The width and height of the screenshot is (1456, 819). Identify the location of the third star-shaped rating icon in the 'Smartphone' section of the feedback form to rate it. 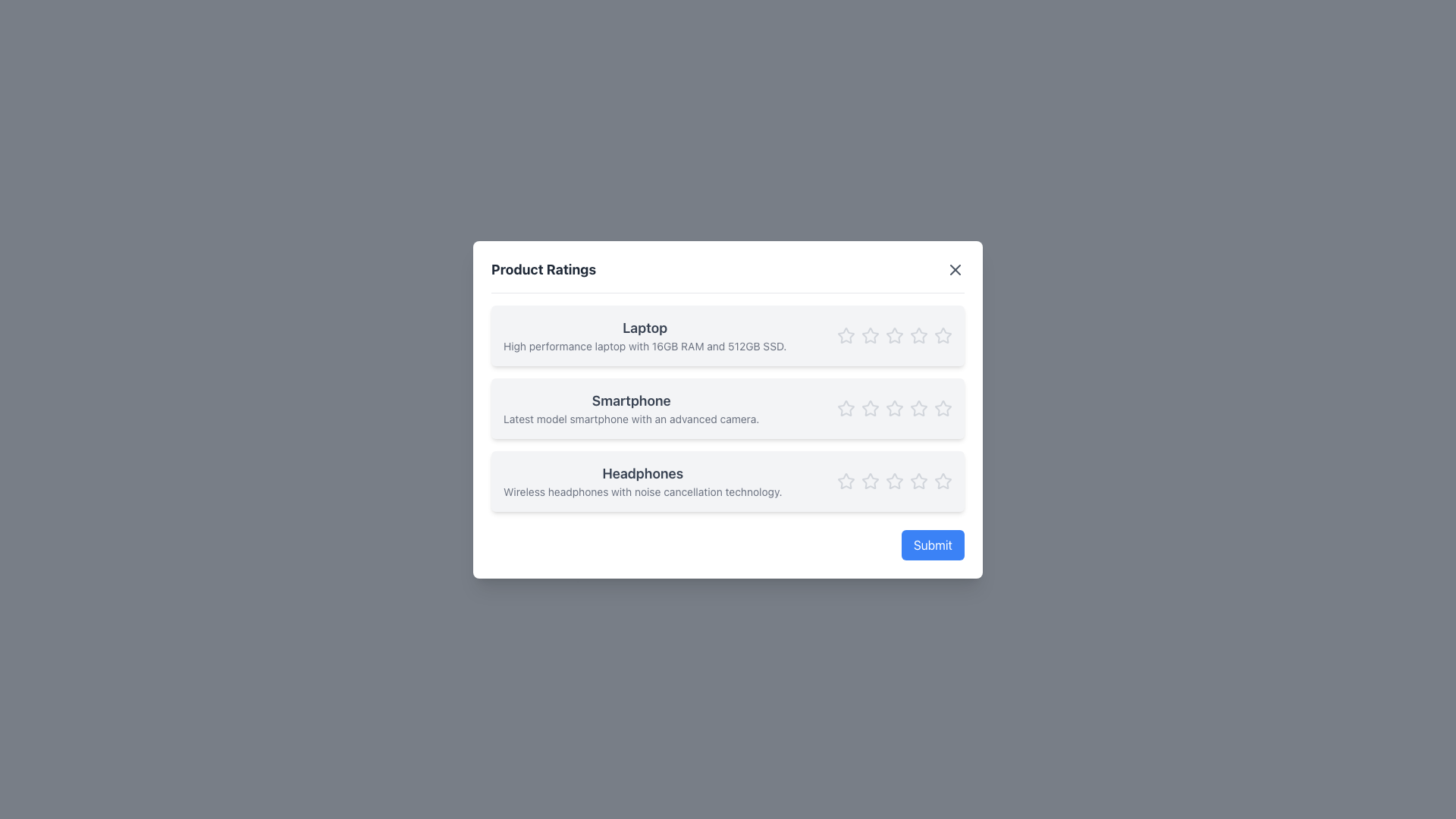
(870, 406).